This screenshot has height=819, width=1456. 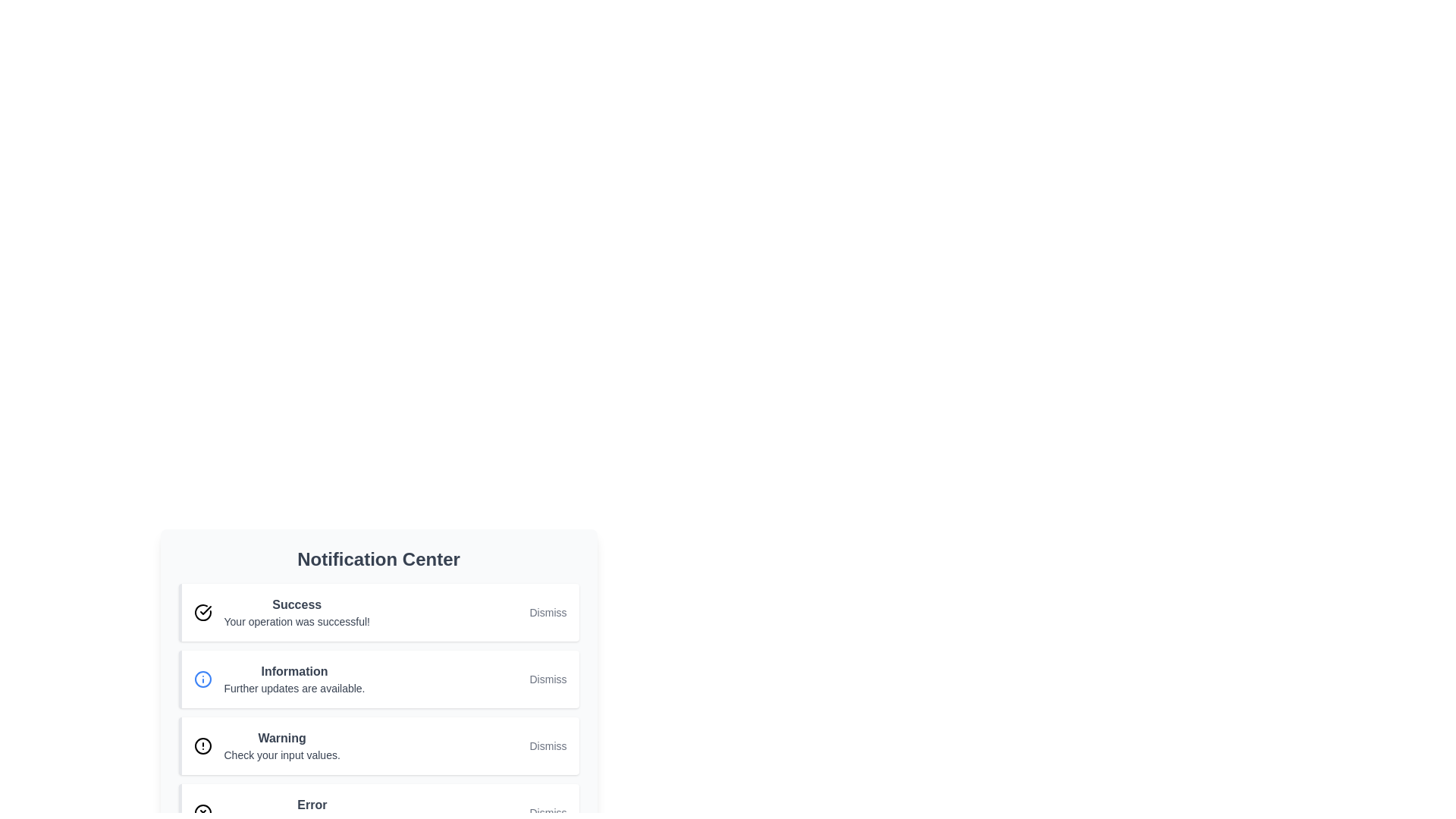 What do you see at coordinates (202, 678) in the screenshot?
I see `the information icon located within the 'Information' notification box, positioned to the left of the text` at bounding box center [202, 678].